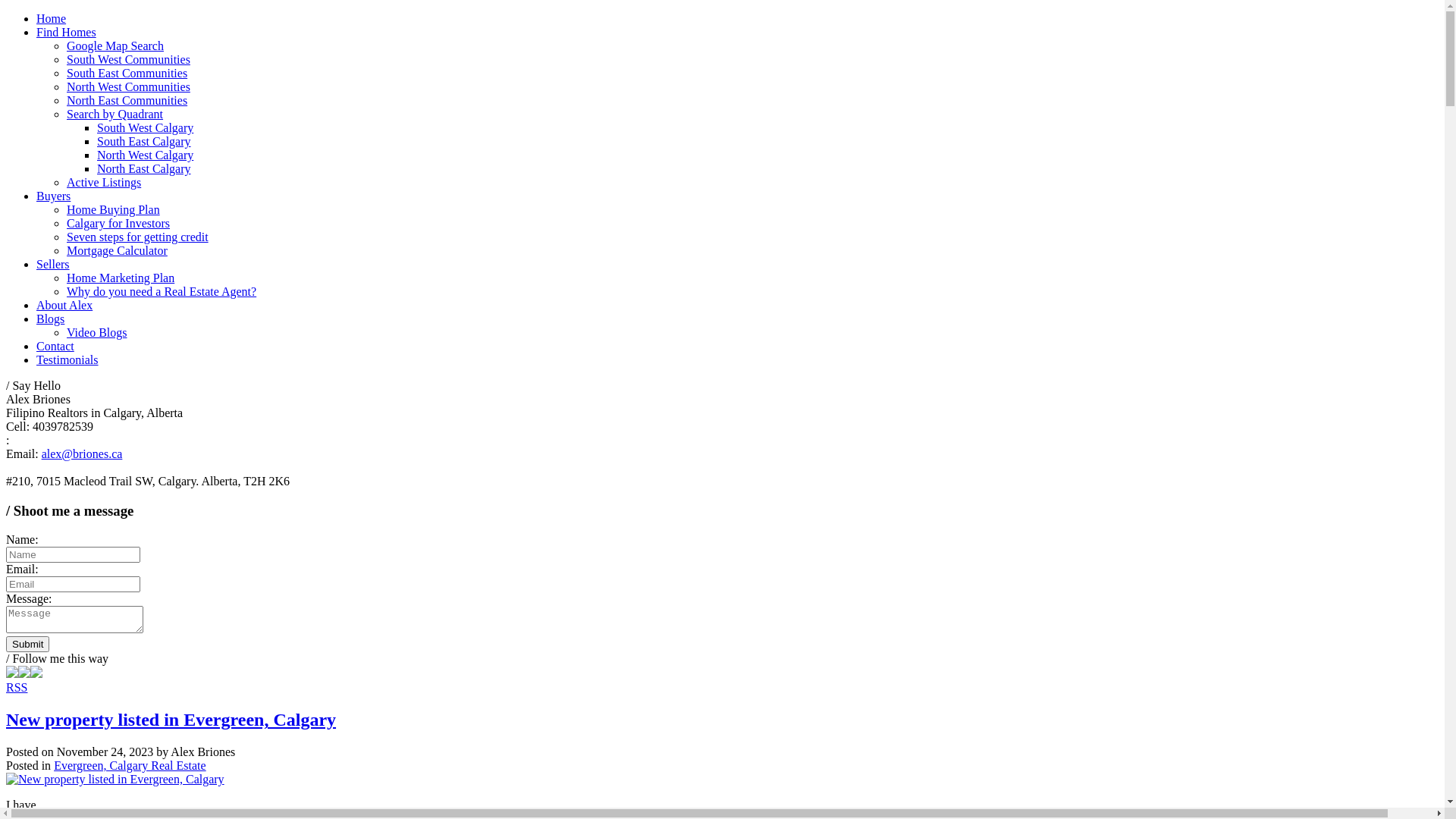 The width and height of the screenshot is (1456, 819). Describe the element at coordinates (81, 453) in the screenshot. I see `'alex@briones.ca'` at that location.